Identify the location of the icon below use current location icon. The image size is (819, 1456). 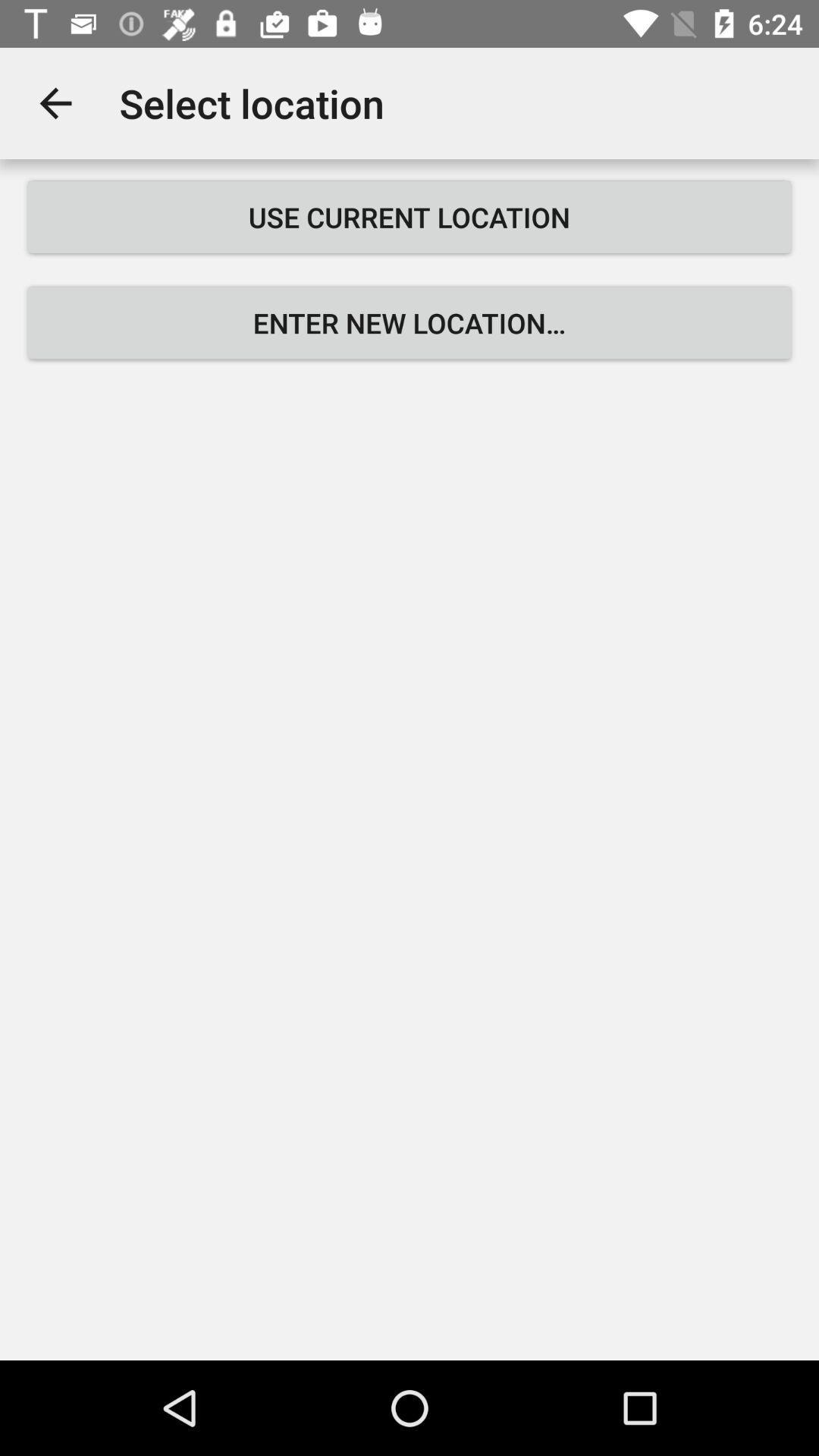
(409, 322).